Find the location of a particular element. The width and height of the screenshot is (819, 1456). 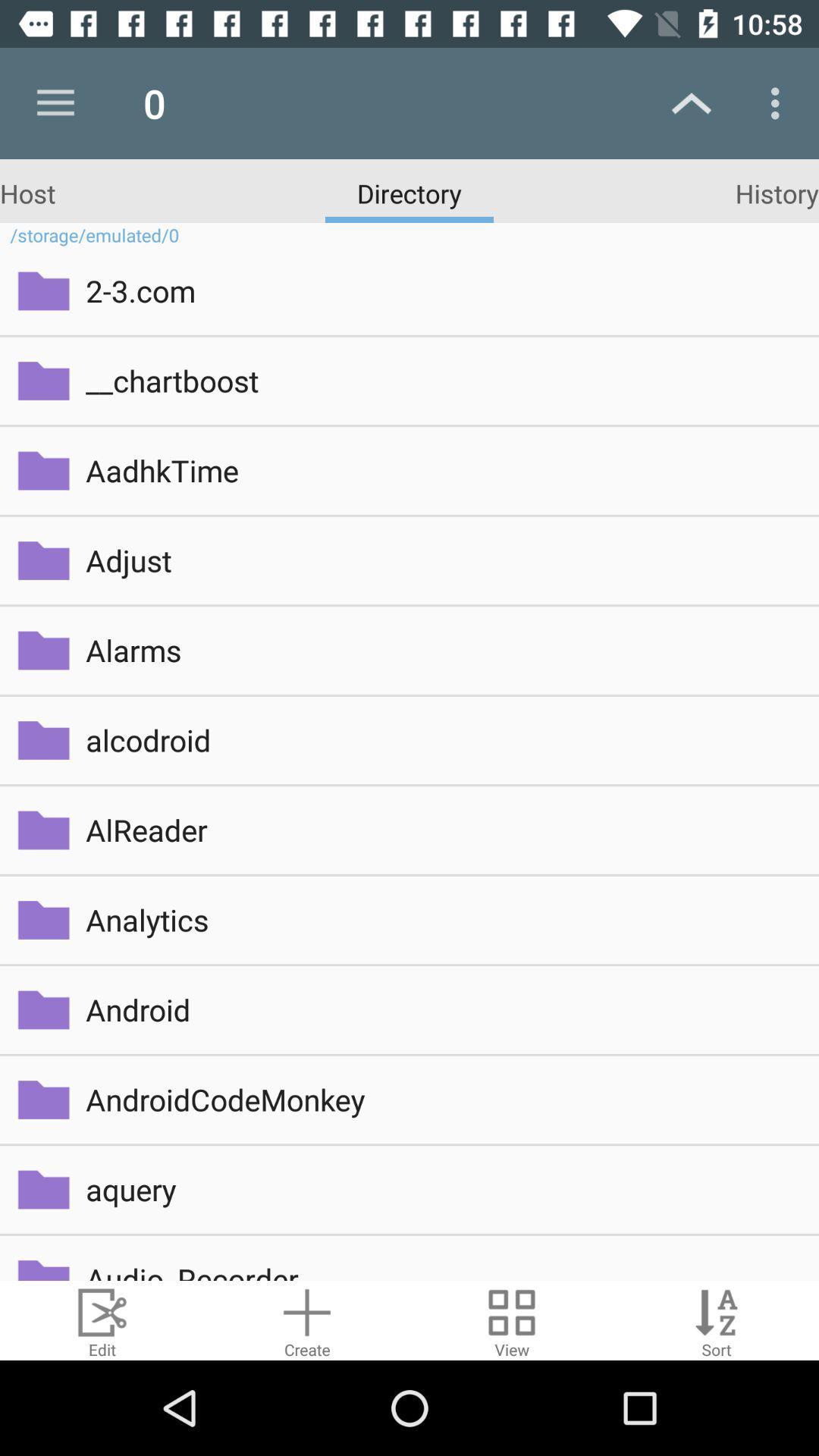

option is located at coordinates (307, 1319).